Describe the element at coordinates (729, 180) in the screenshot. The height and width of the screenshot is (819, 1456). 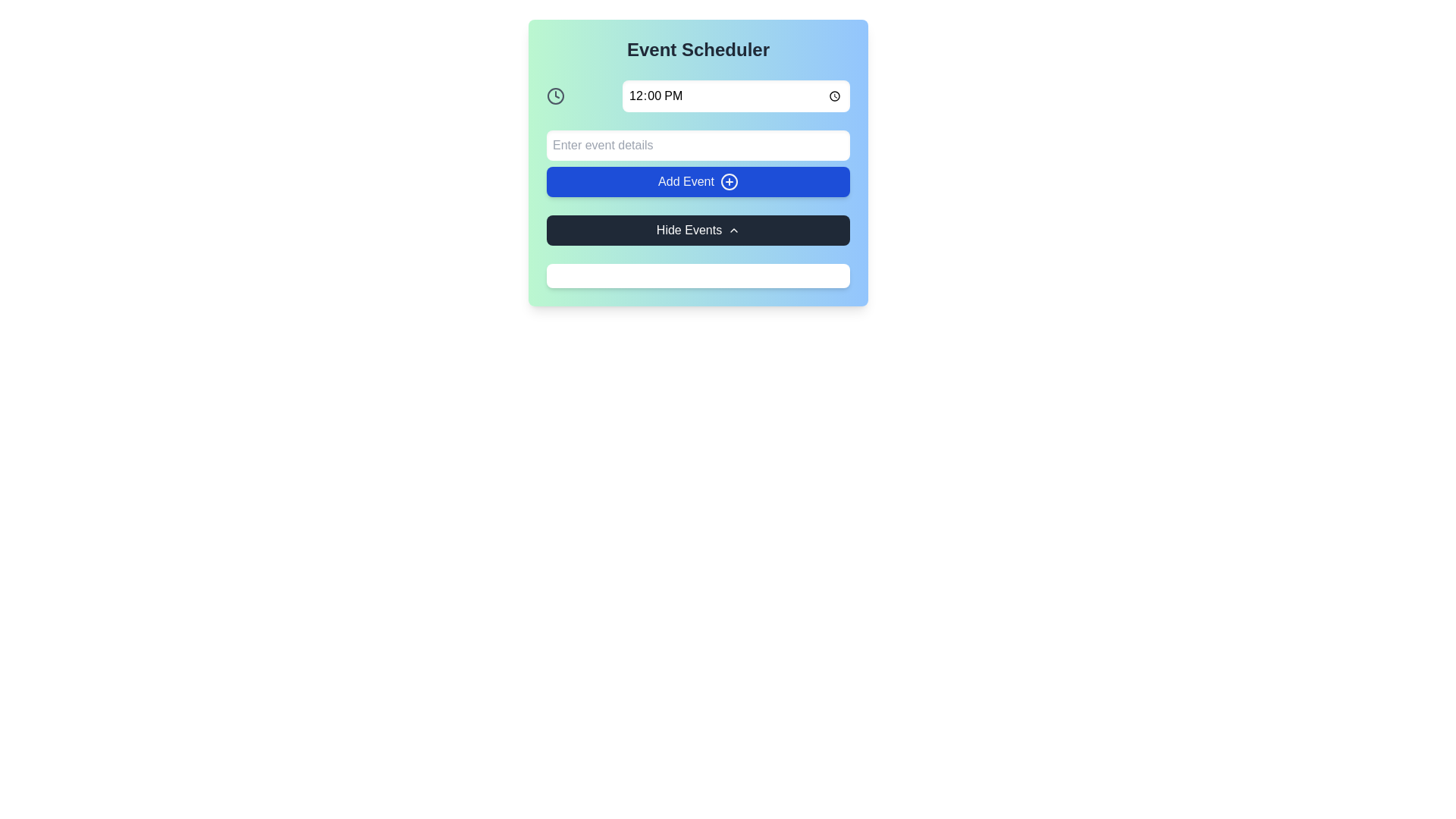
I see `the 'Add Event' icon` at that location.